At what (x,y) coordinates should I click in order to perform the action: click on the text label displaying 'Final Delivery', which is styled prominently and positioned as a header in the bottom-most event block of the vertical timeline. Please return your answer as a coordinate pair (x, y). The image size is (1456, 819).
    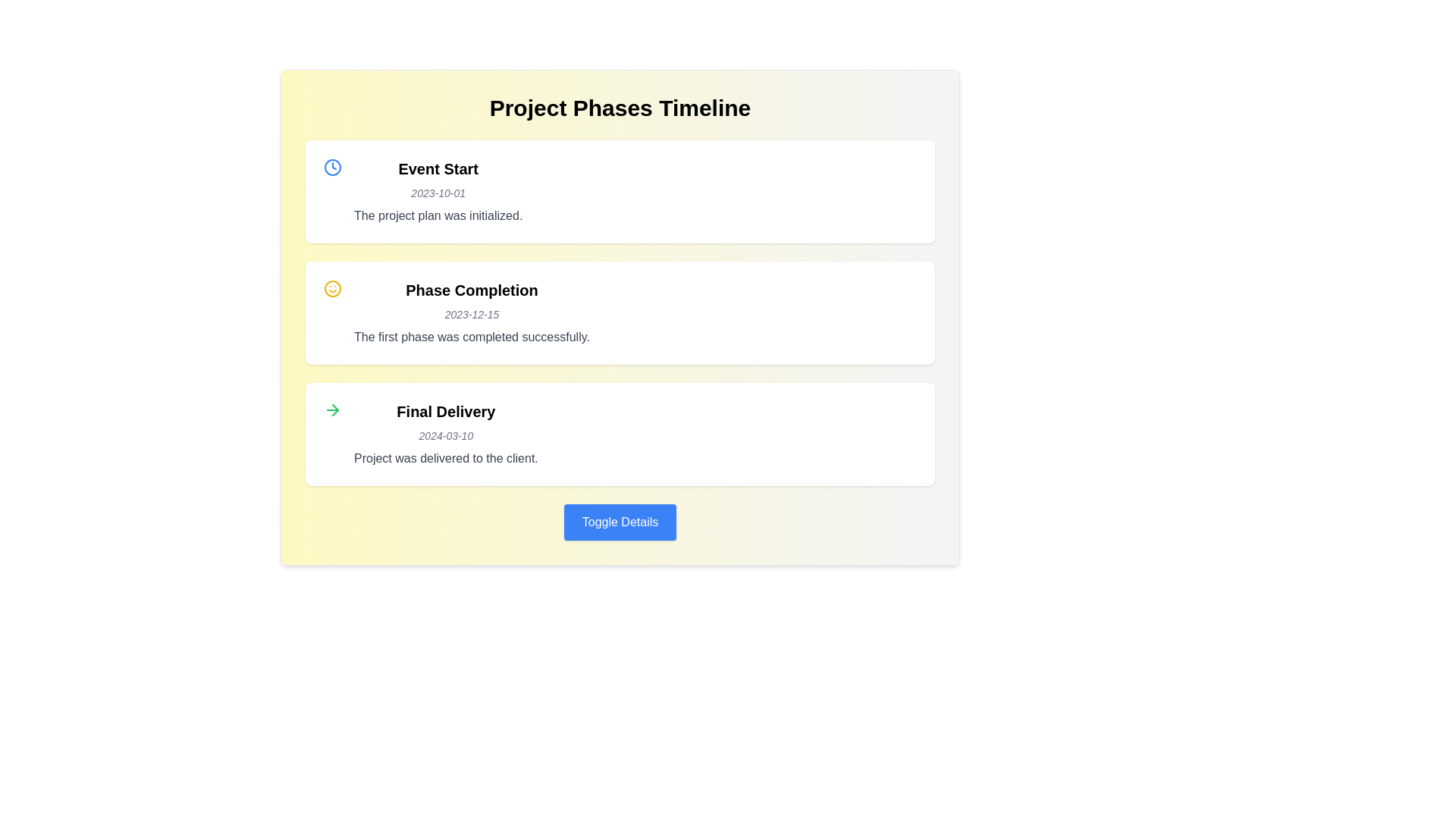
    Looking at the image, I should click on (445, 412).